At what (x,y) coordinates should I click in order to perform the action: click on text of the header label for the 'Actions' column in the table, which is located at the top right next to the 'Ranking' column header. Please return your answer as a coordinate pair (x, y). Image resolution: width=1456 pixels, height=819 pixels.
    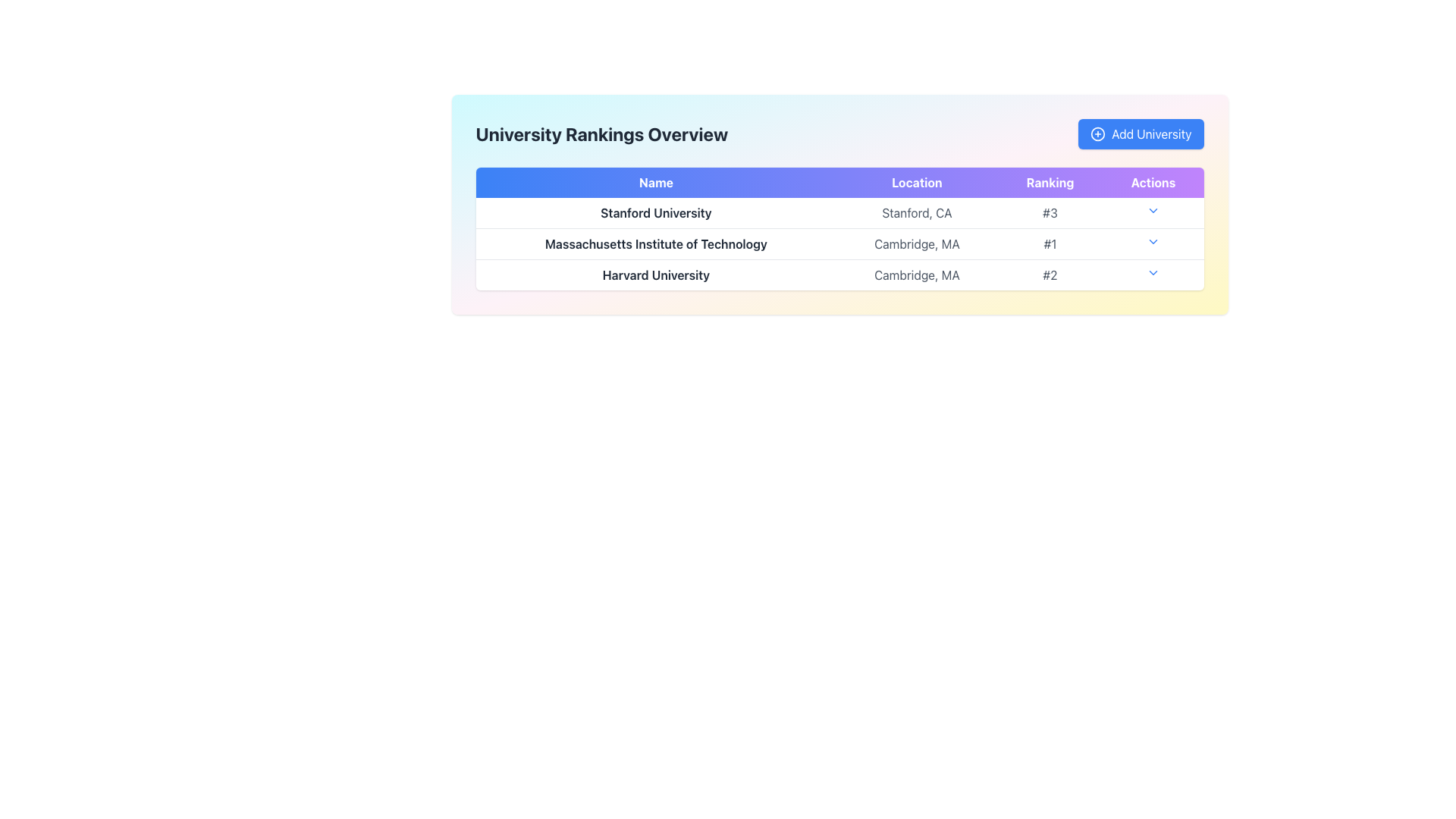
    Looking at the image, I should click on (1153, 181).